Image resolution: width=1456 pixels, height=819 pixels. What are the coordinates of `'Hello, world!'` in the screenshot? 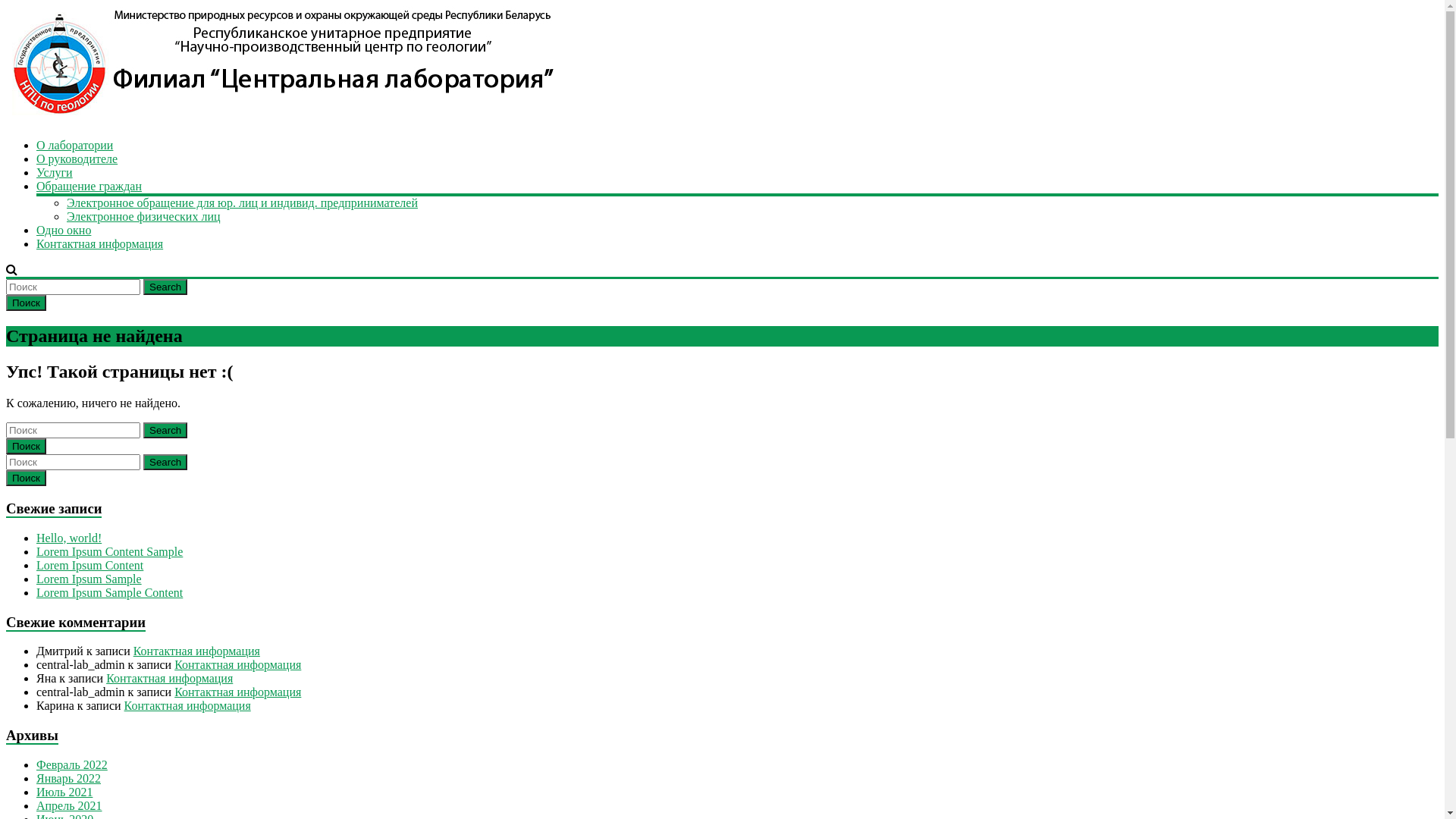 It's located at (68, 537).